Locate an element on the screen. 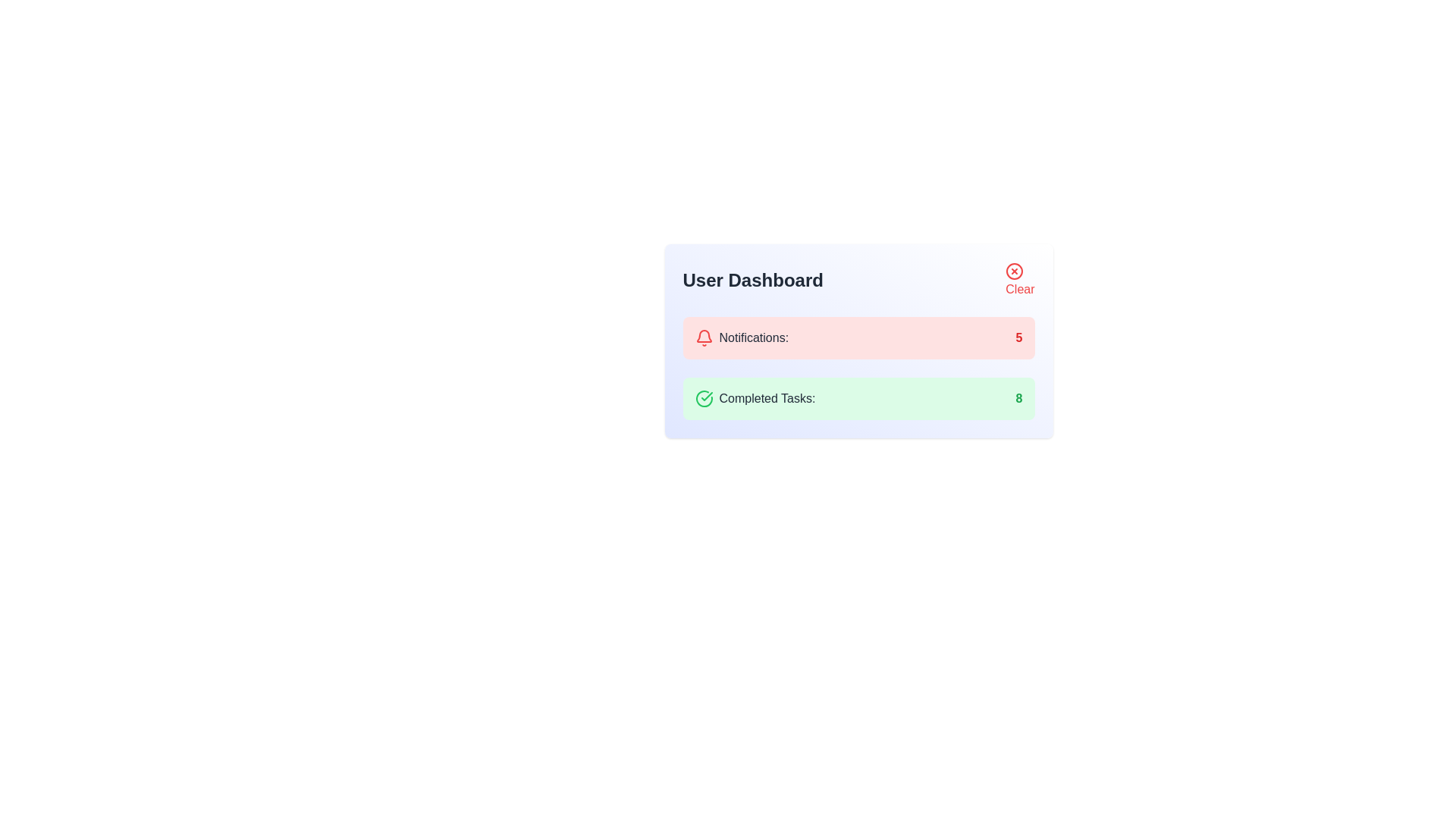 The width and height of the screenshot is (1456, 819). the visual indicator icon representing the successful completion of tasks, located to the left of the 'Completed Tasks:' label is located at coordinates (703, 397).